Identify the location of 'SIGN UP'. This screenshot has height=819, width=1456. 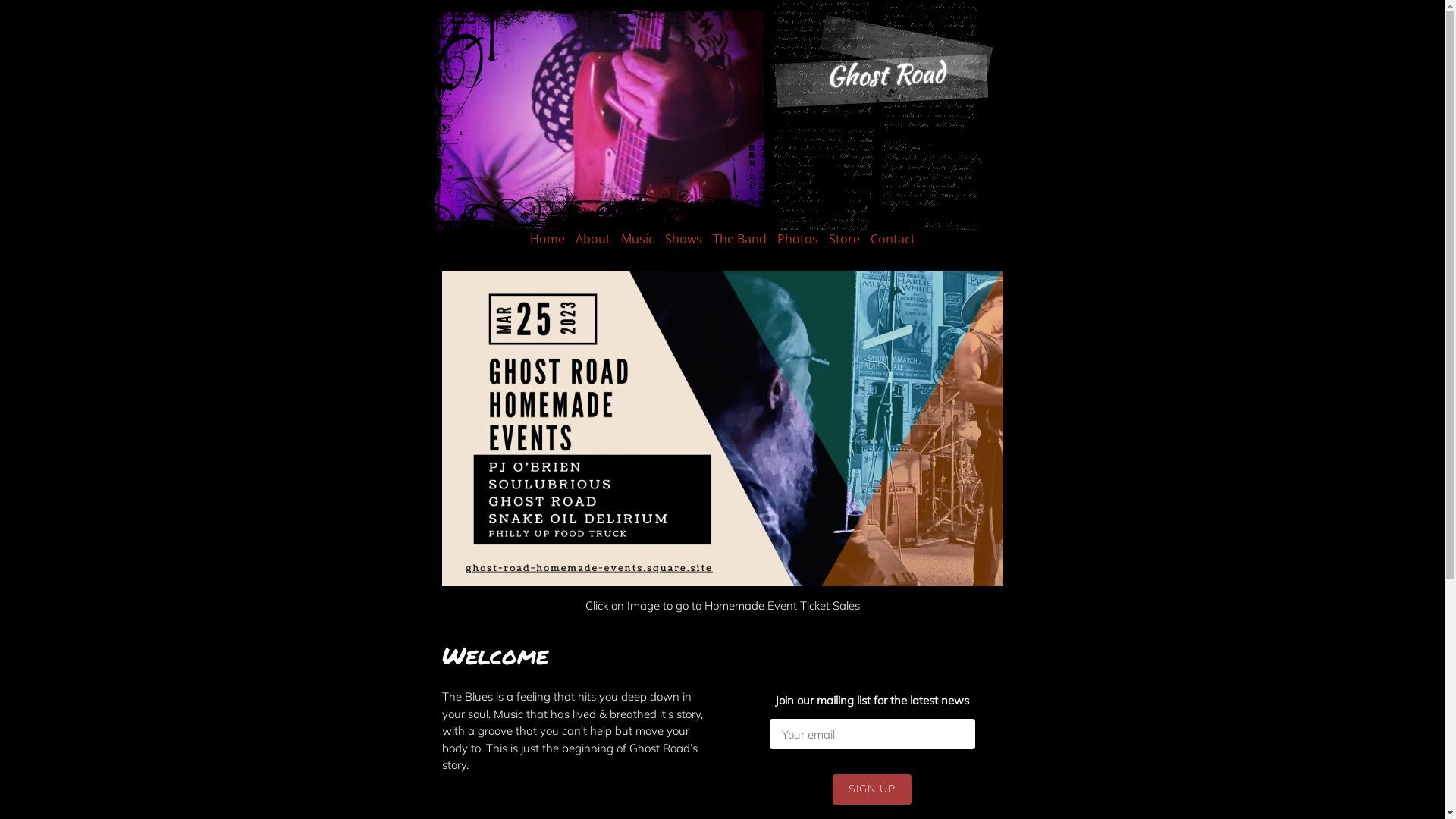
(872, 789).